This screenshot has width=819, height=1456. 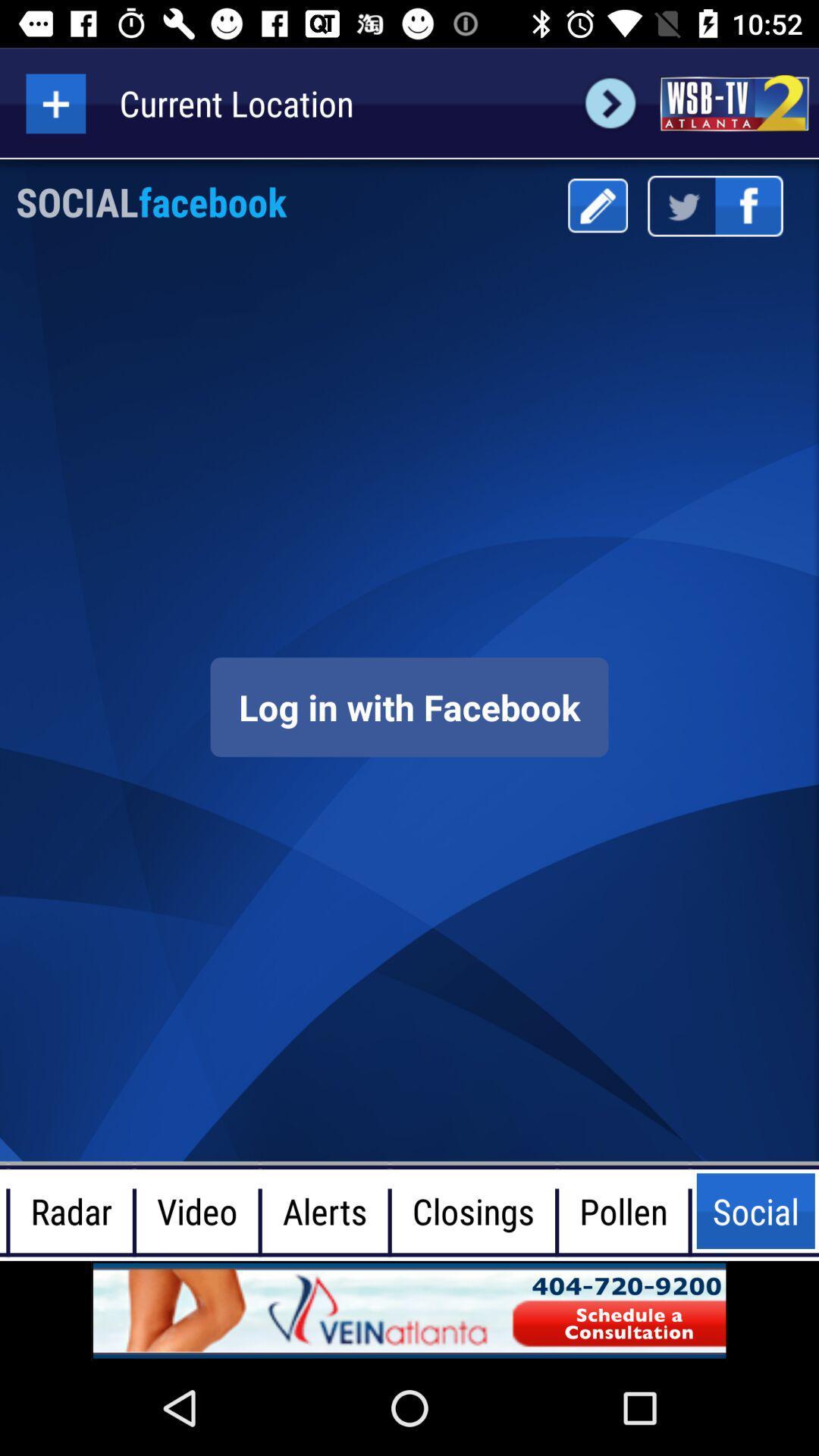 I want to click on the arrow_forward icon, so click(x=610, y=102).